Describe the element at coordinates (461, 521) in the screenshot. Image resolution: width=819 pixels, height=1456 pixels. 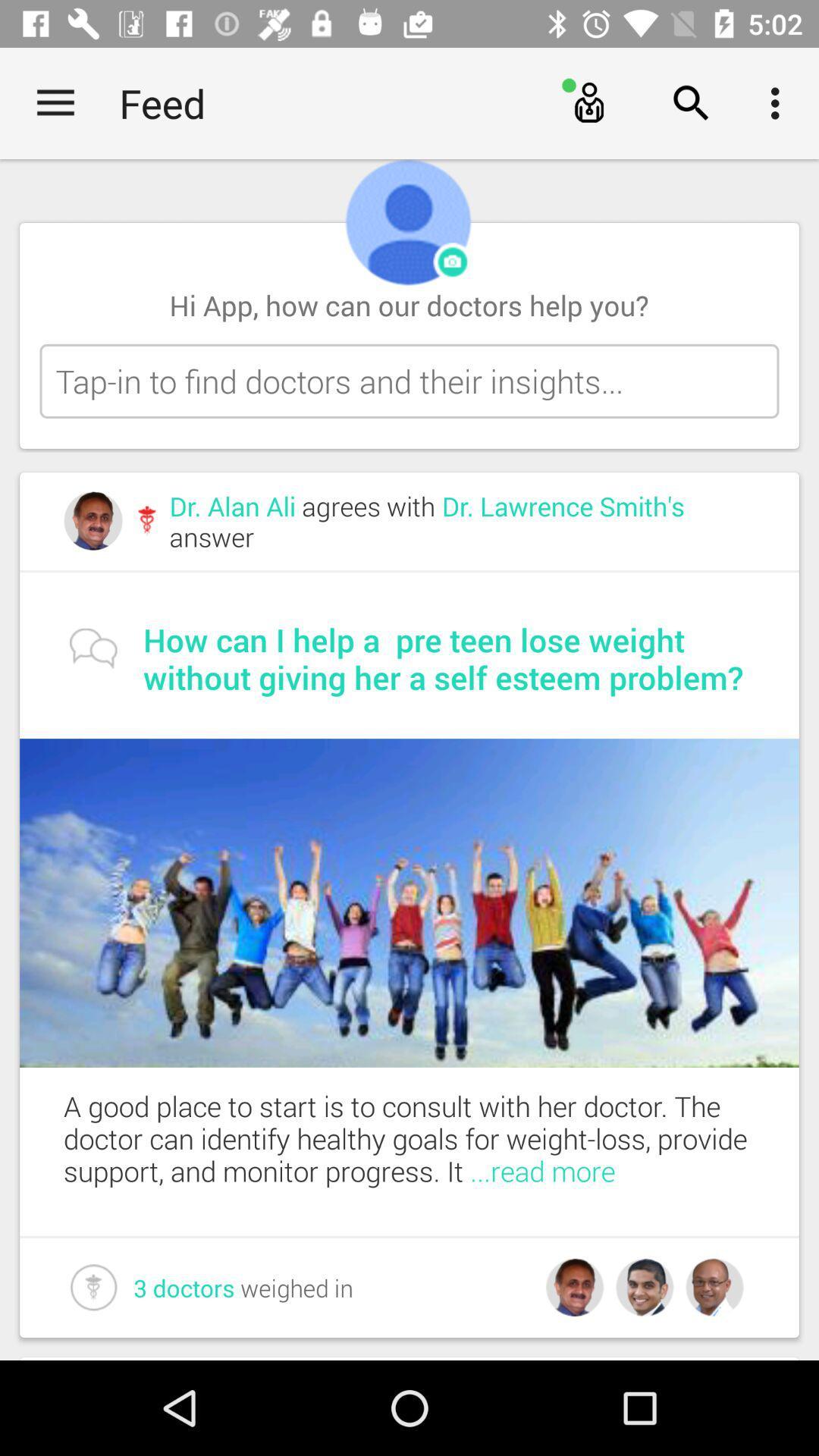
I see `dr alan ali` at that location.